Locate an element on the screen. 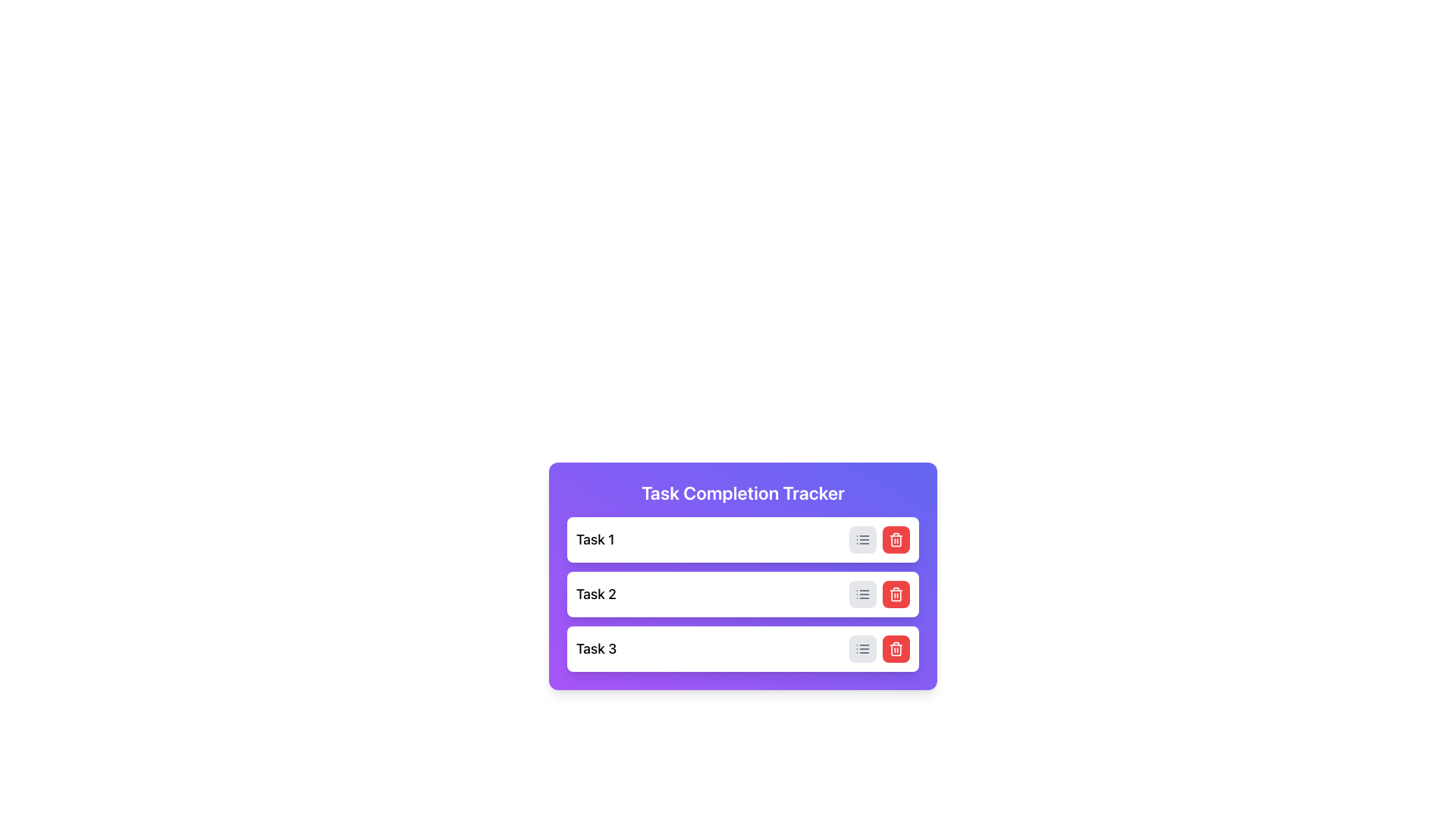 Image resolution: width=1456 pixels, height=819 pixels. the delete icon within the red button at the right end of the third task row is located at coordinates (896, 648).